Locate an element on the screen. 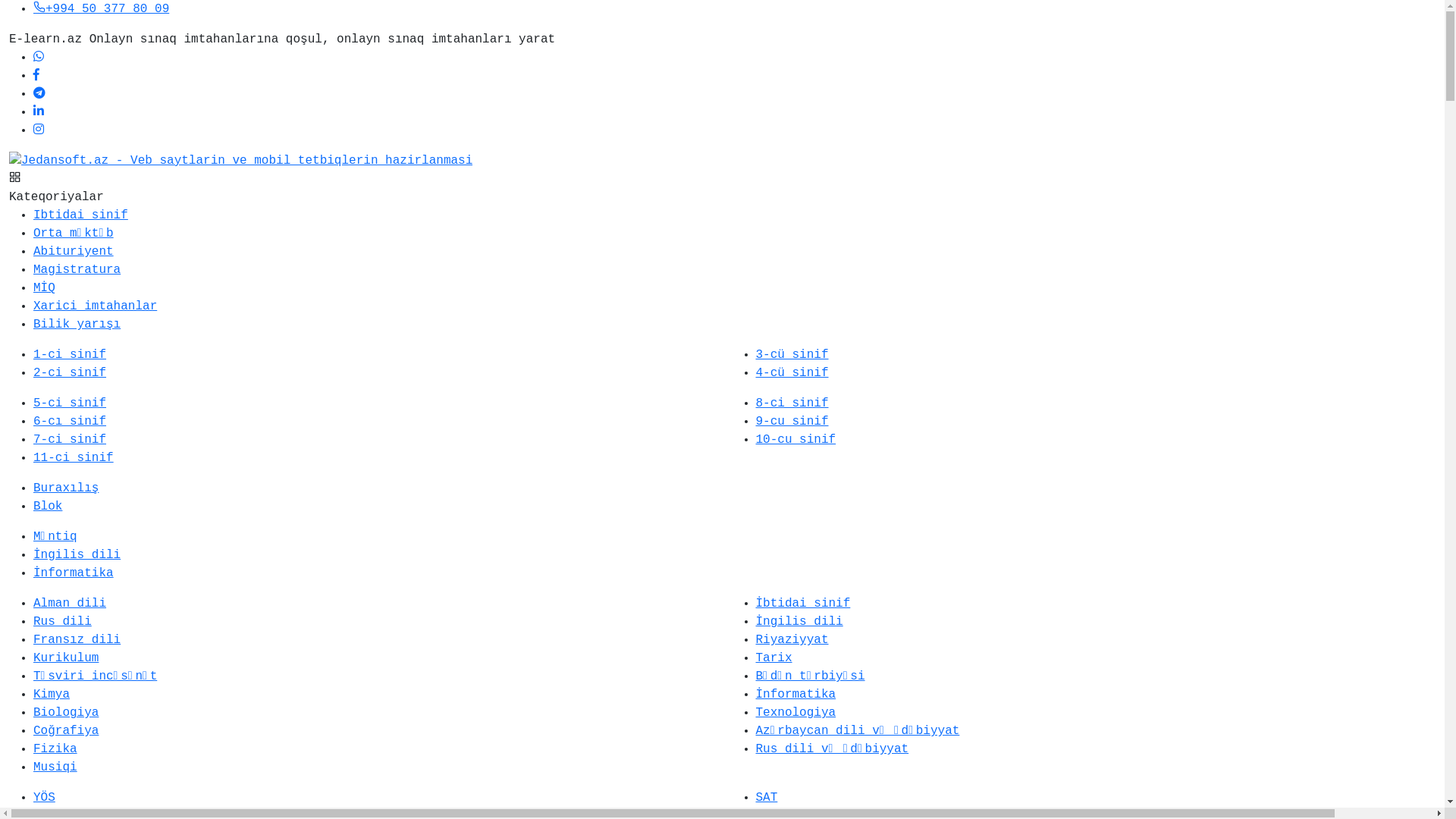 The width and height of the screenshot is (1456, 819). 'Fizika' is located at coordinates (55, 748).